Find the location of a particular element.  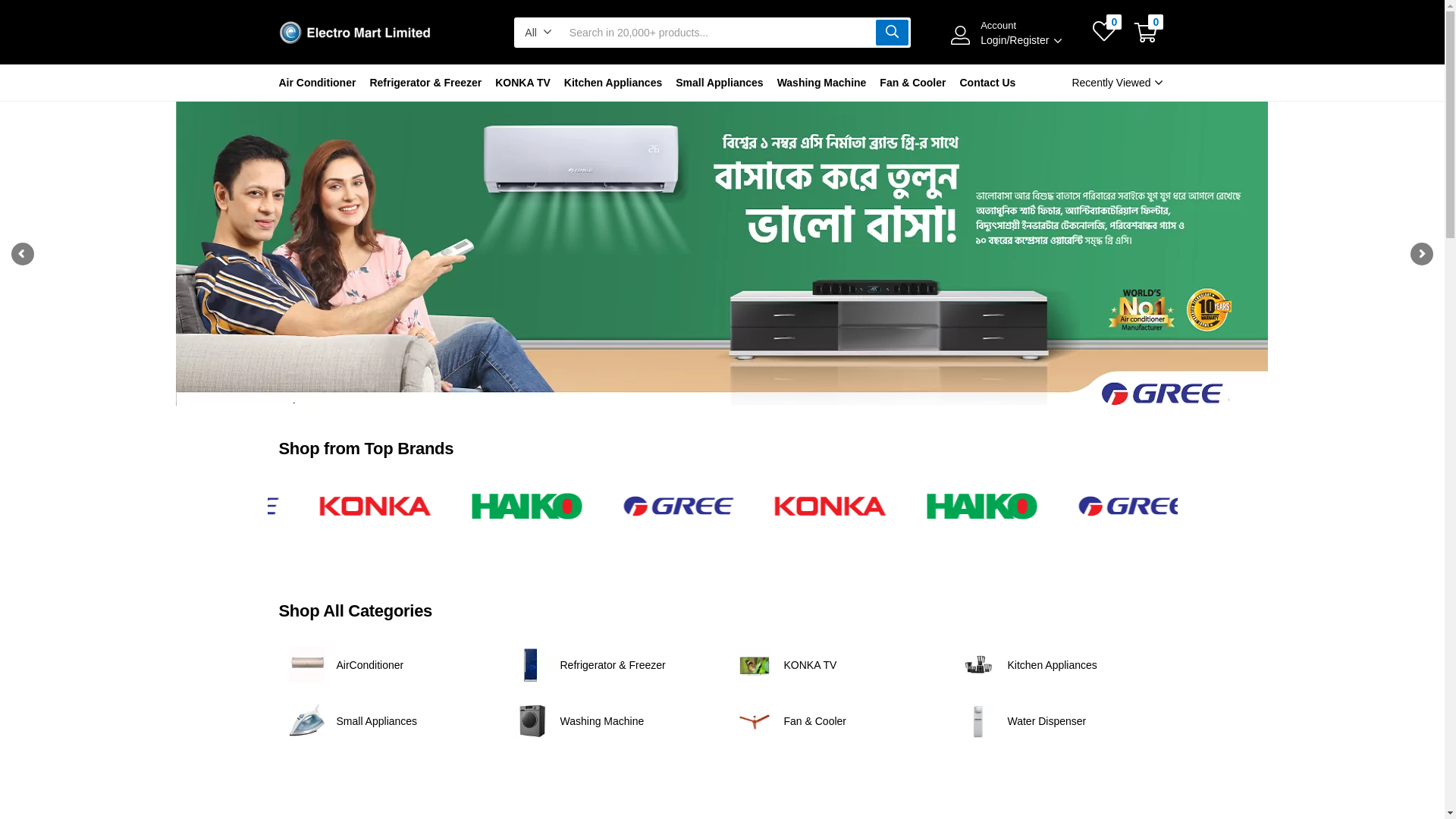

'AccountLogin/Register' is located at coordinates (949, 33).